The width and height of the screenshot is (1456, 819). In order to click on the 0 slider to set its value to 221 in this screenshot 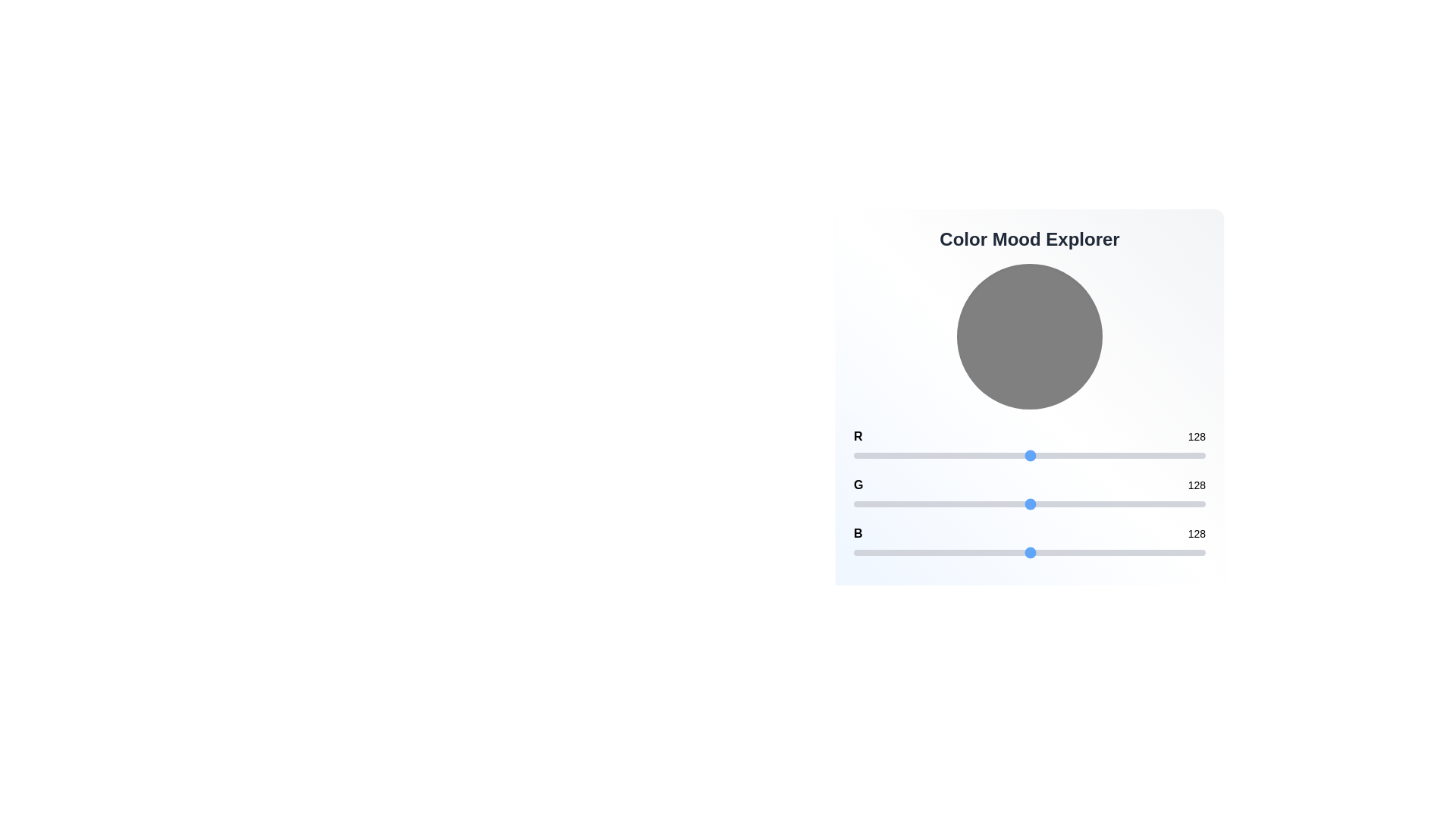, I will do `click(1158, 455)`.